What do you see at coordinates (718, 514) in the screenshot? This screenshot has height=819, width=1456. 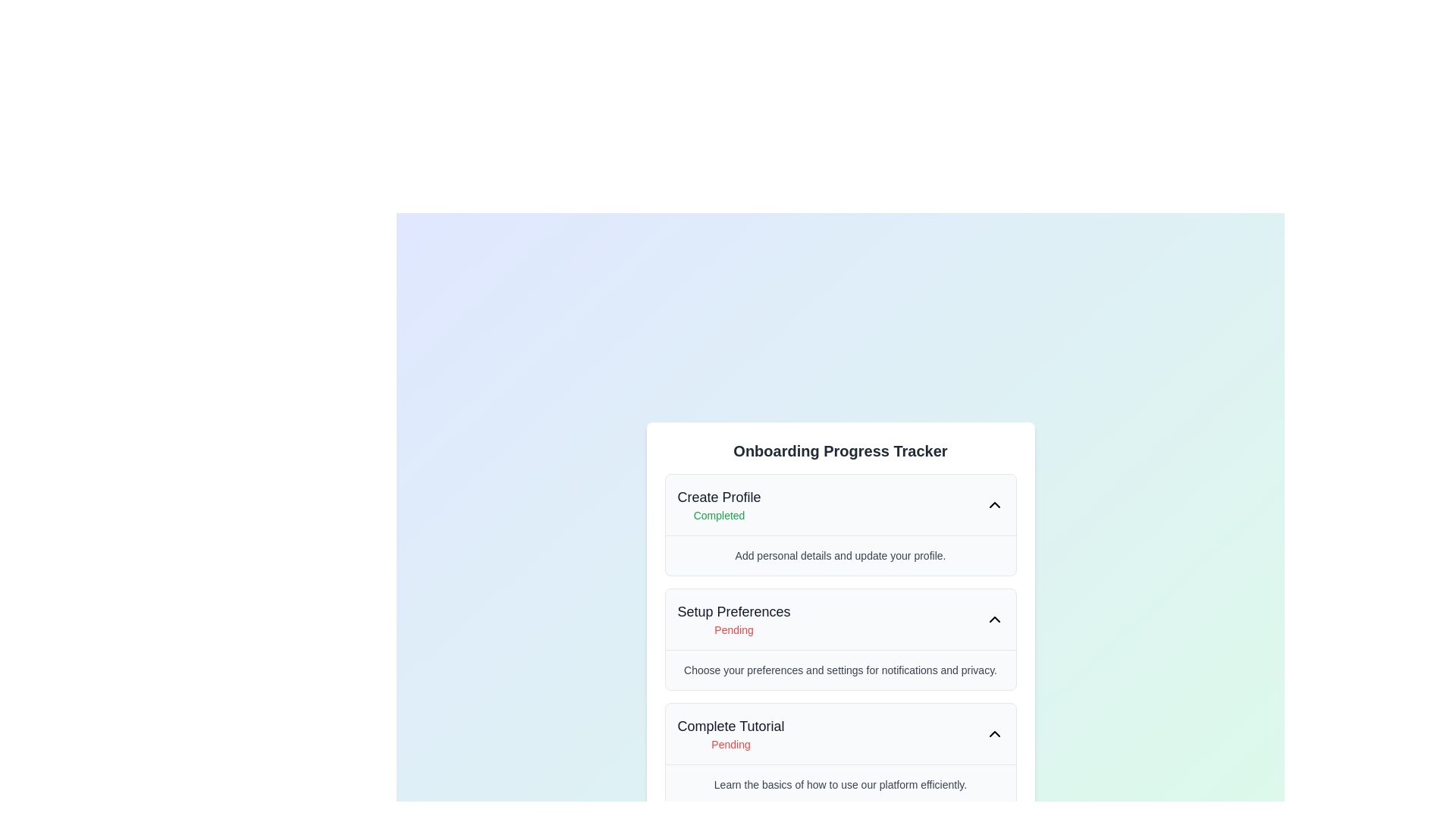 I see `the text label displaying 'Completed', which indicates a status in the onboarding progress tracker card located below the 'Create Profile' title` at bounding box center [718, 514].